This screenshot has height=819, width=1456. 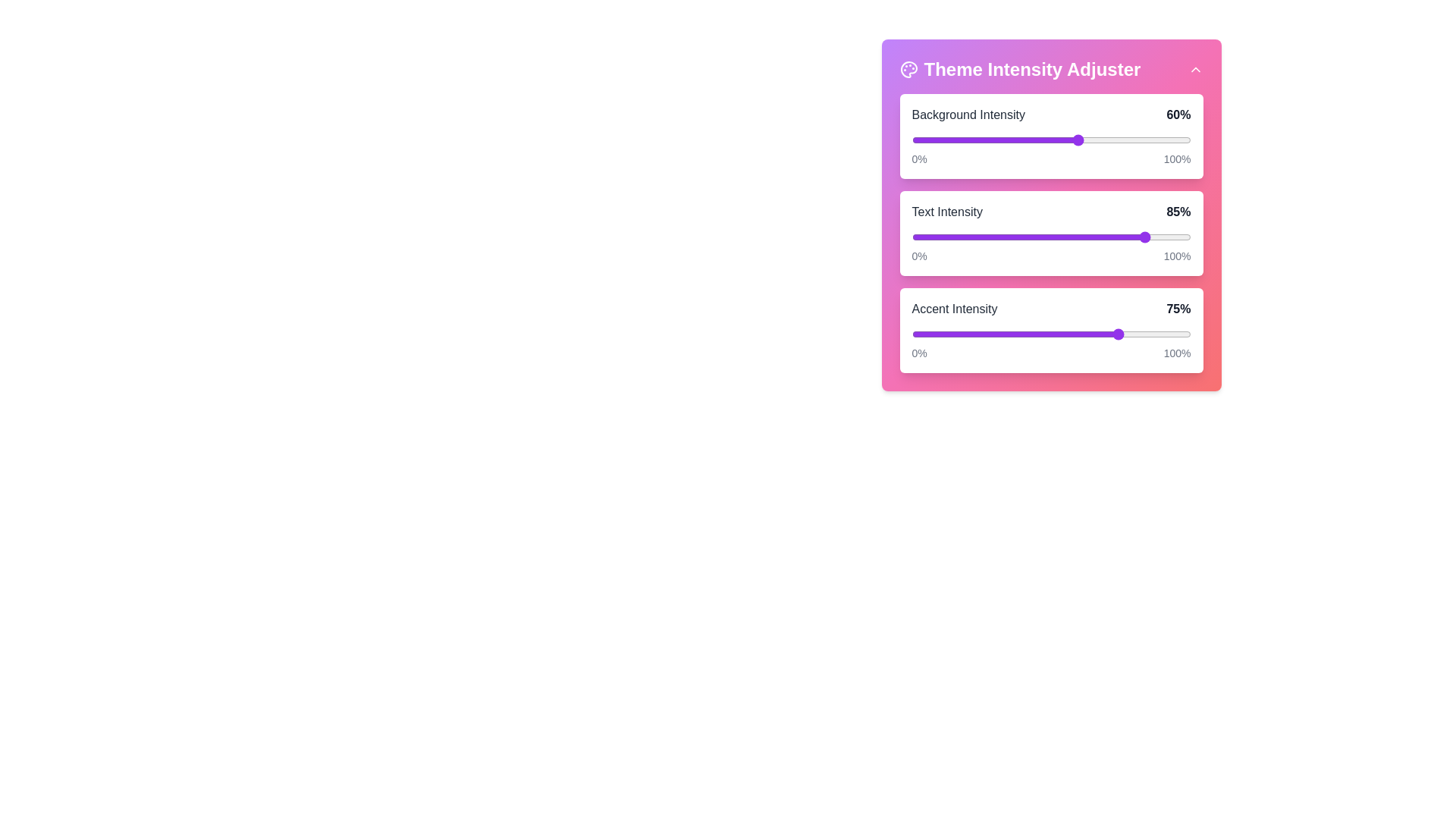 I want to click on static textual labels indicating the minimum ('0%') and maximum ('100%') values of the 'Background Intensity' slider in the 'Theme Intensity Adjuster' section, located beneath the slider, so click(x=1050, y=158).